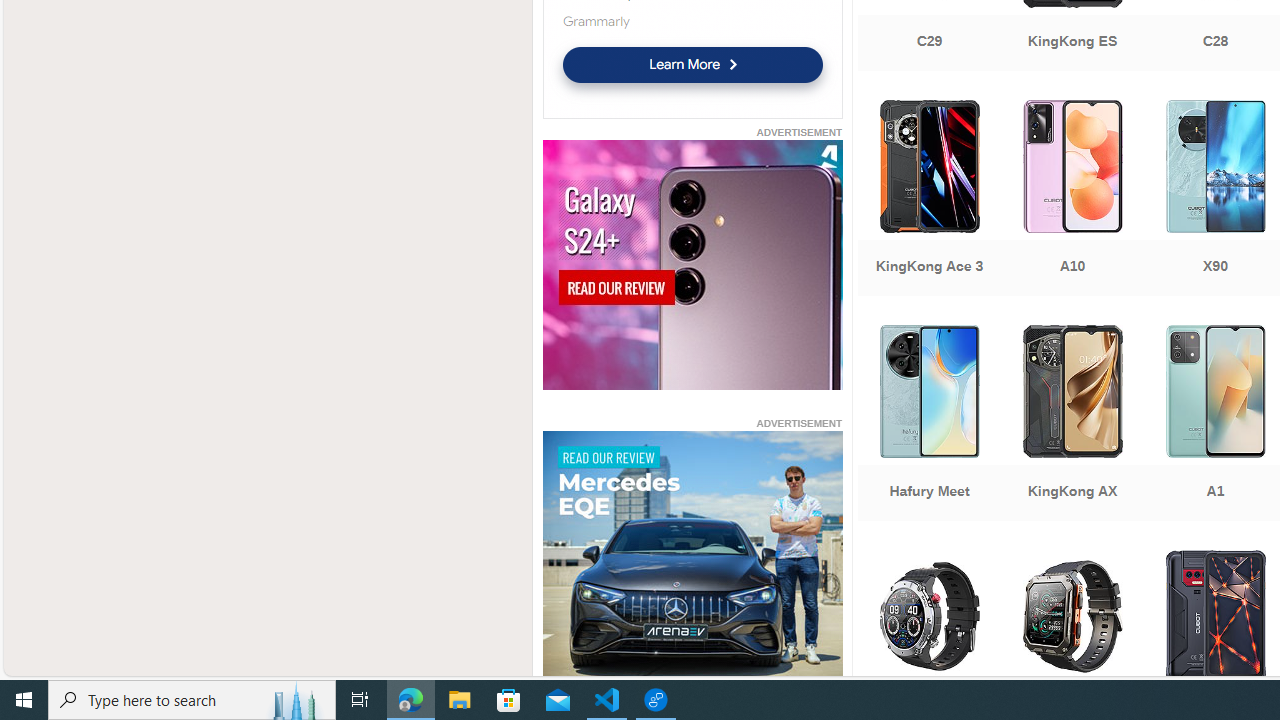 This screenshot has width=1280, height=720. What do you see at coordinates (928, 200) in the screenshot?
I see `'KingKong Ace 3'` at bounding box center [928, 200].